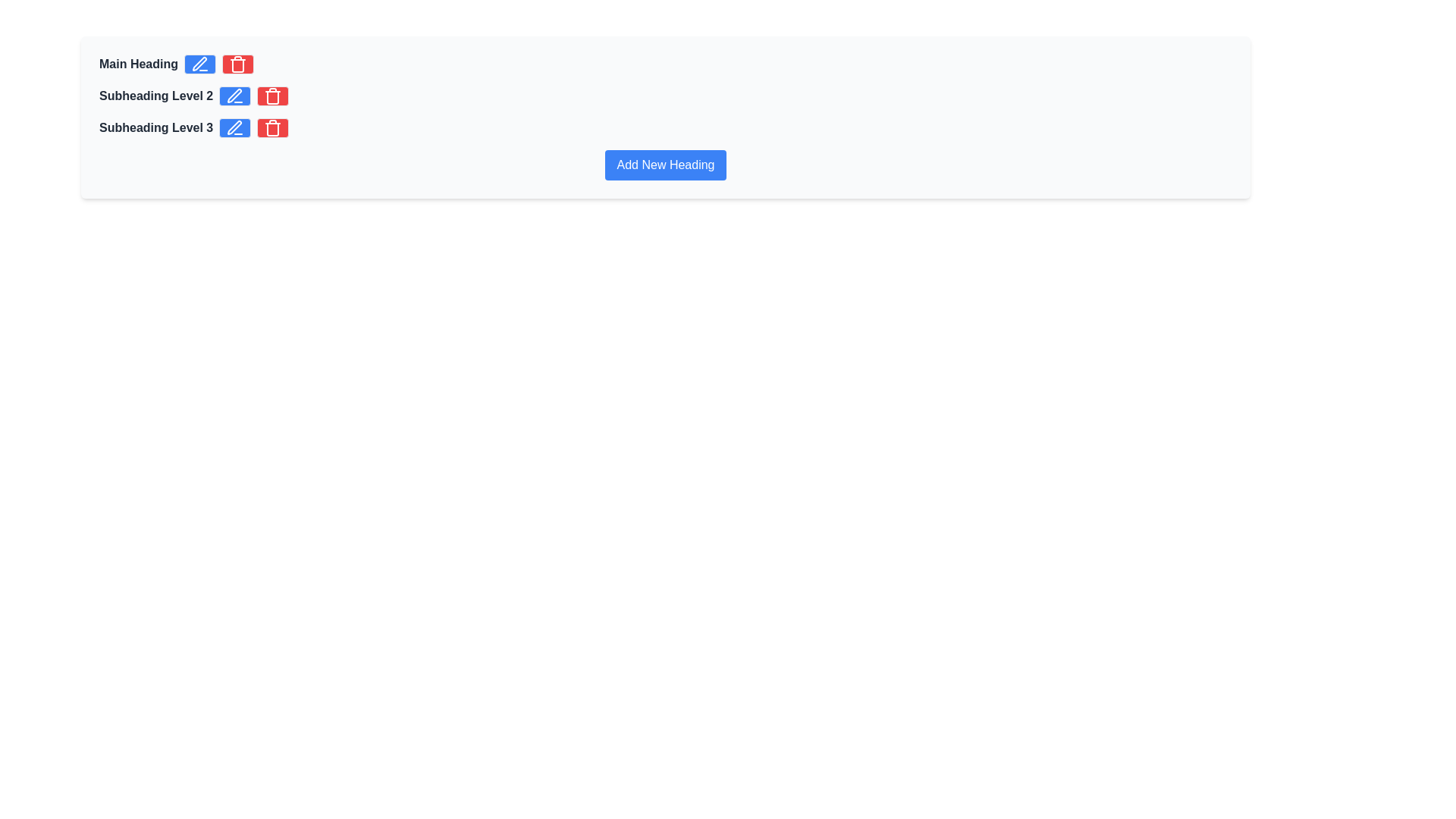 The width and height of the screenshot is (1456, 819). Describe the element at coordinates (234, 127) in the screenshot. I see `the small stylized pen icon button with a blue background and white outline, located in the right column of action buttons, next to Subheading Level 3, to initiate editing` at that location.